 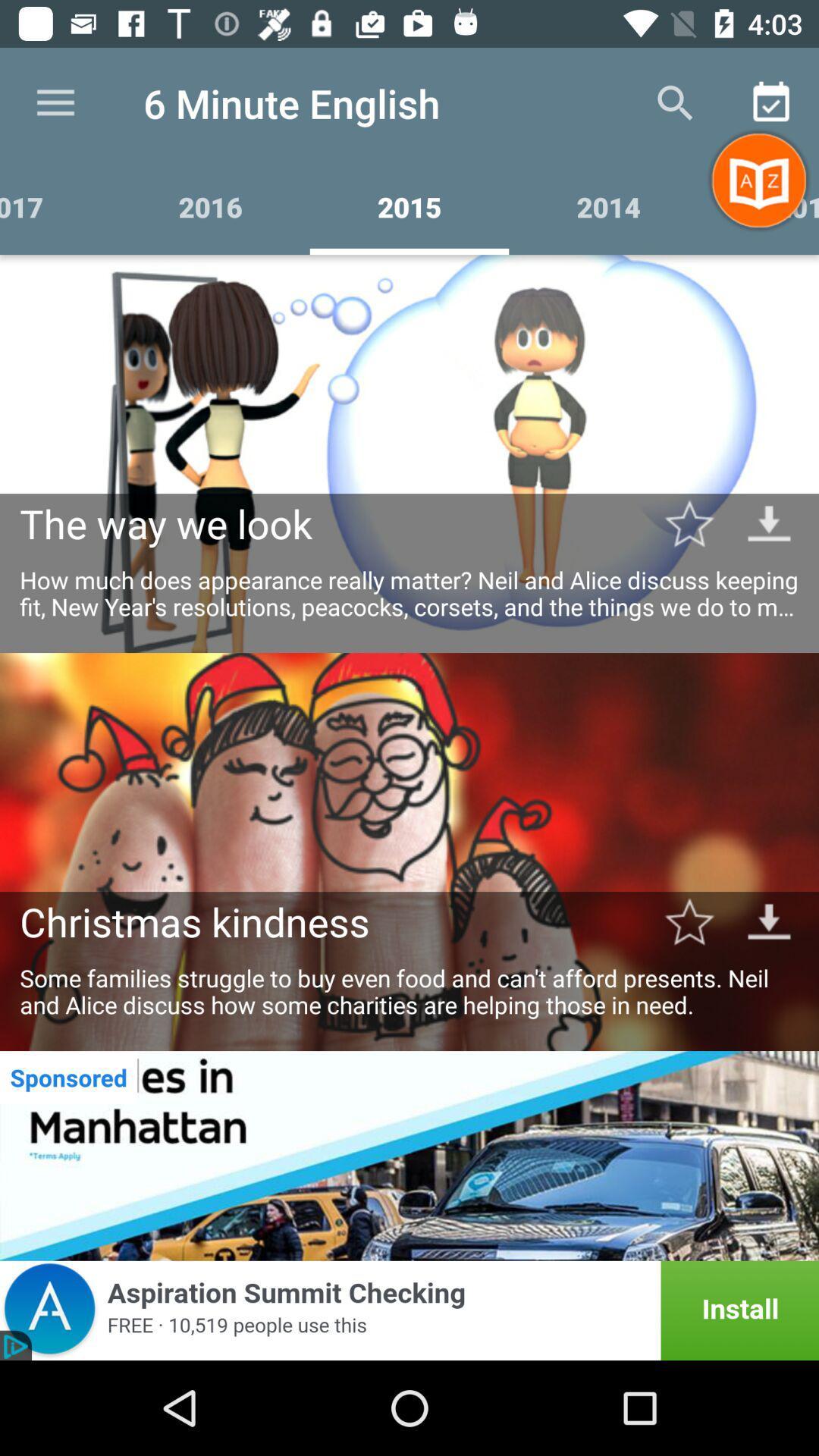 I want to click on button, so click(x=689, y=523).